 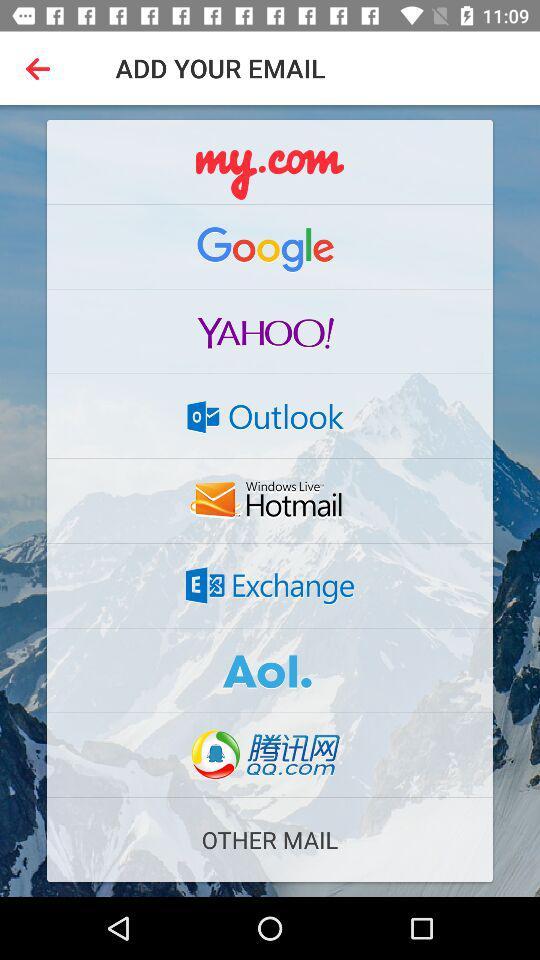 What do you see at coordinates (270, 585) in the screenshot?
I see `opens exchange` at bounding box center [270, 585].